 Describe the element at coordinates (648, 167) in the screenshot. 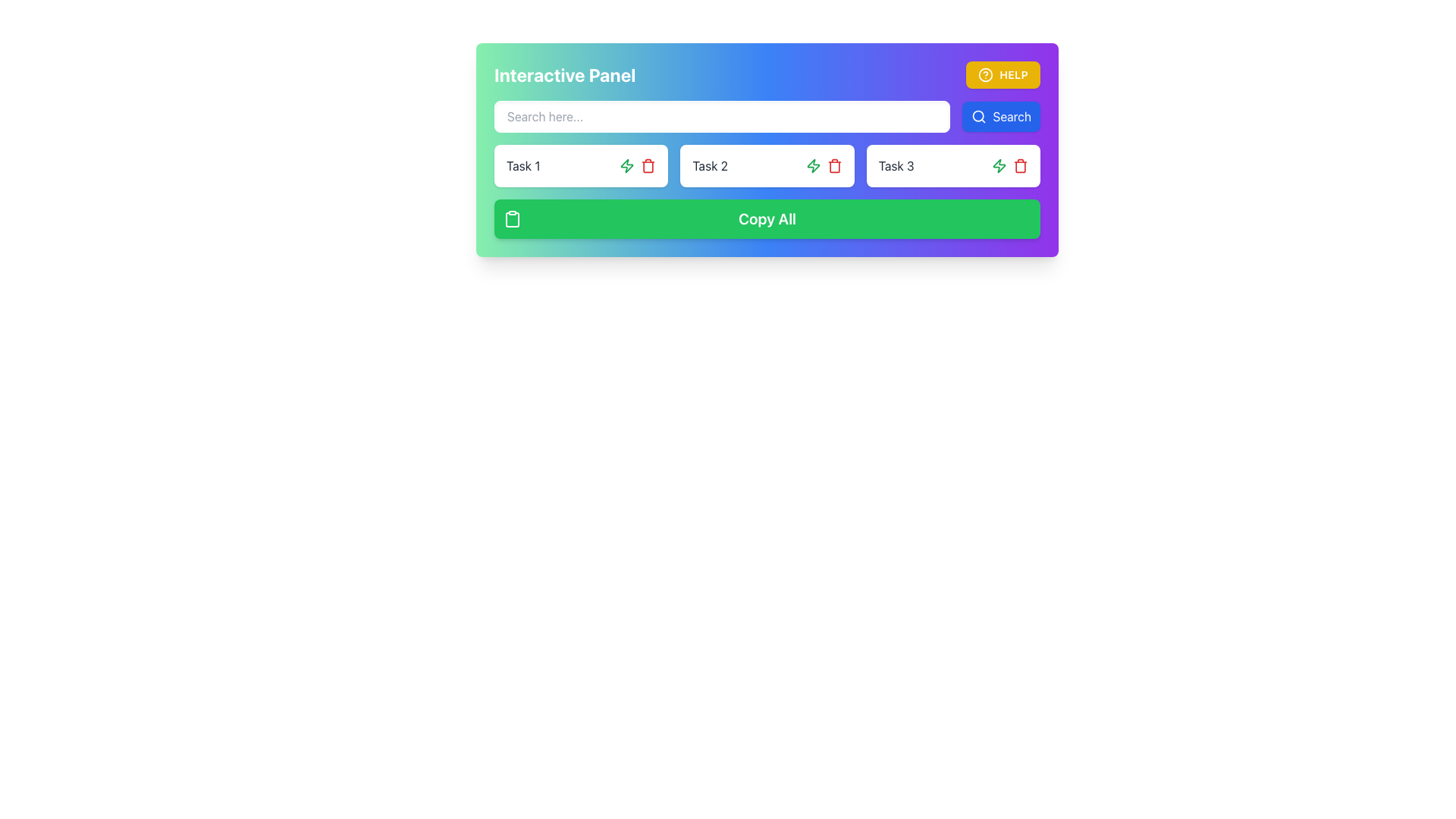

I see `the delete icon for Task 2 within the Interactive Panel` at that location.